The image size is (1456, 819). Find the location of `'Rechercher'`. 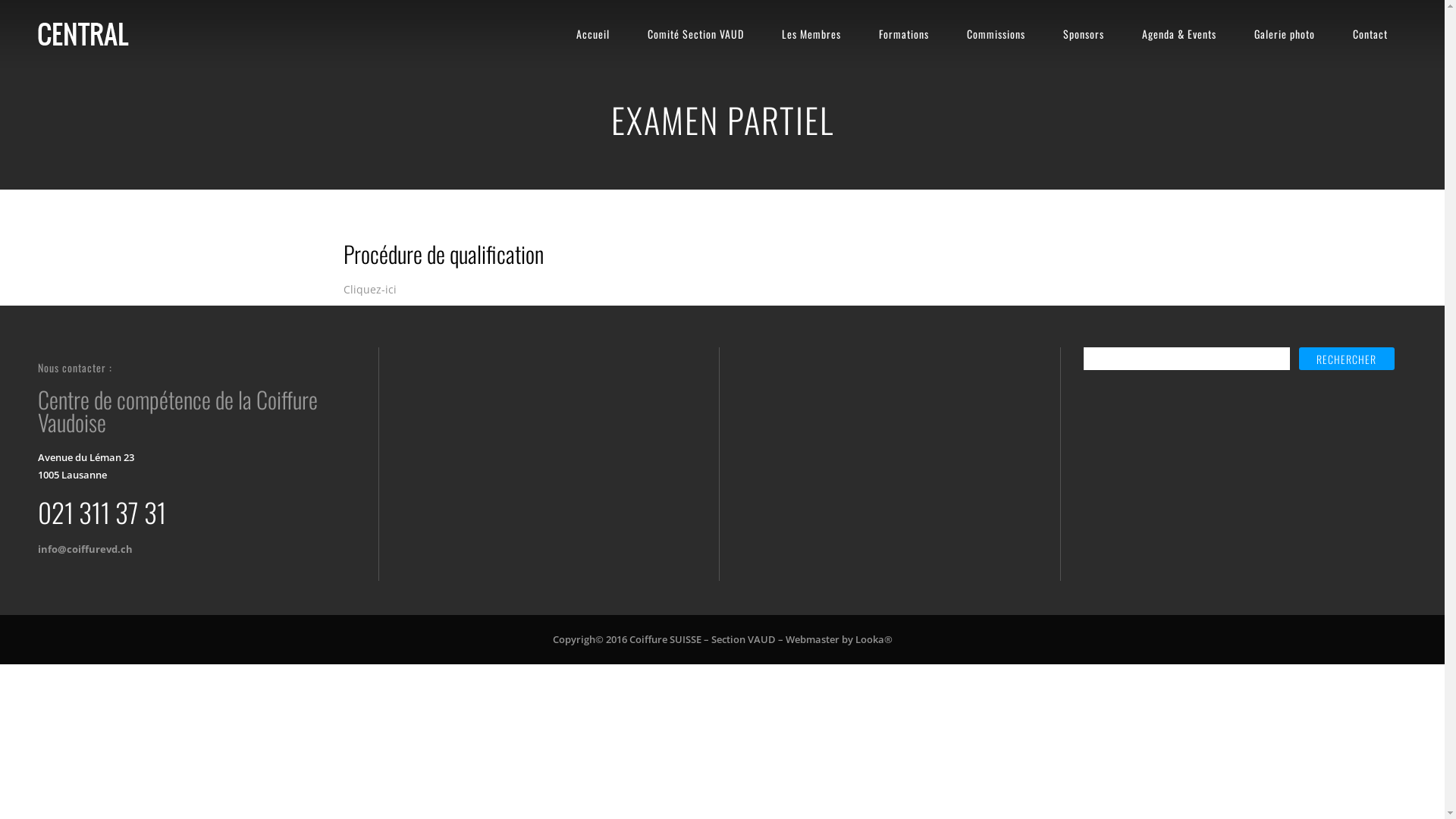

'Rechercher' is located at coordinates (1298, 359).